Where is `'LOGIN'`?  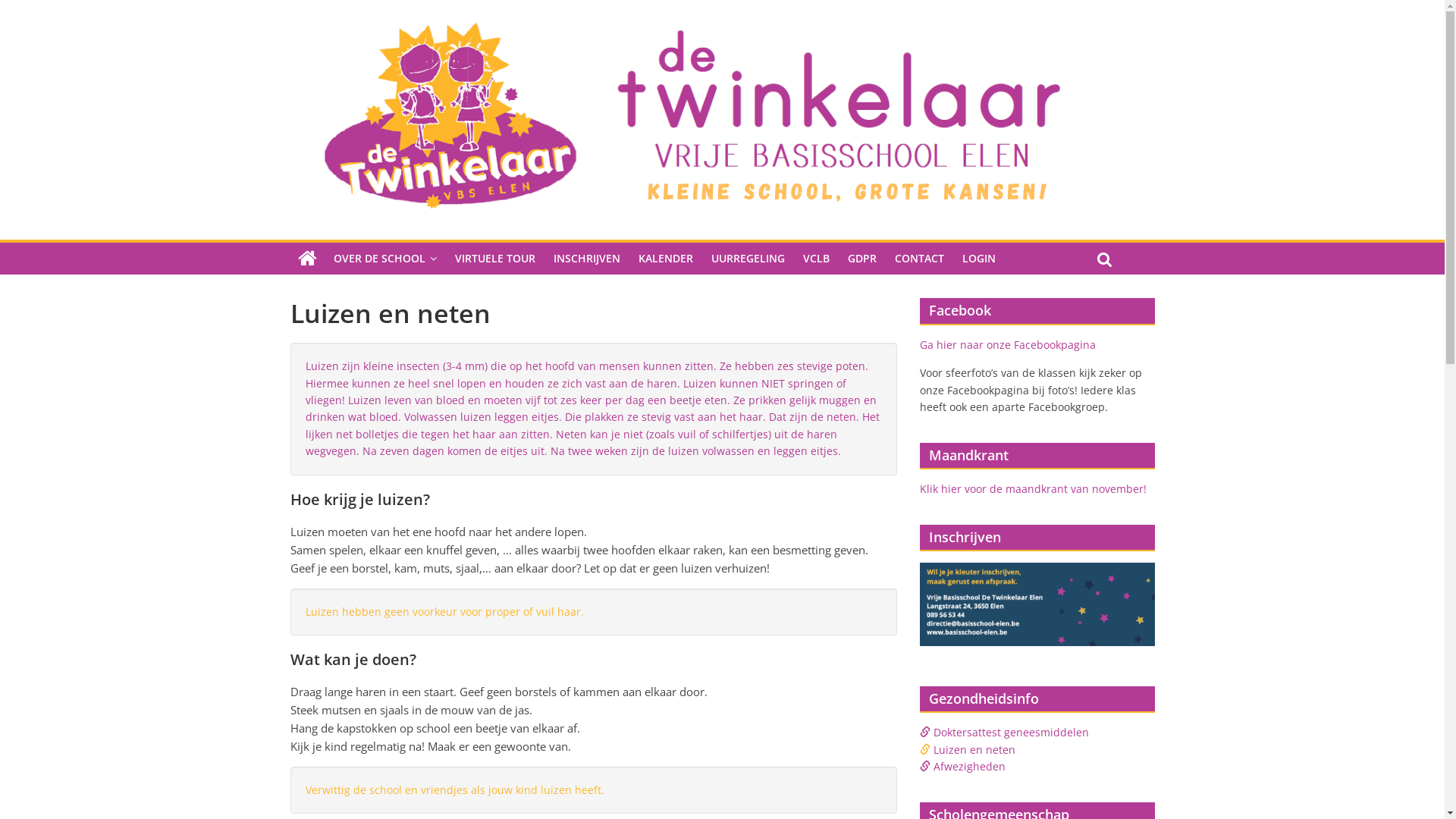
'LOGIN' is located at coordinates (978, 257).